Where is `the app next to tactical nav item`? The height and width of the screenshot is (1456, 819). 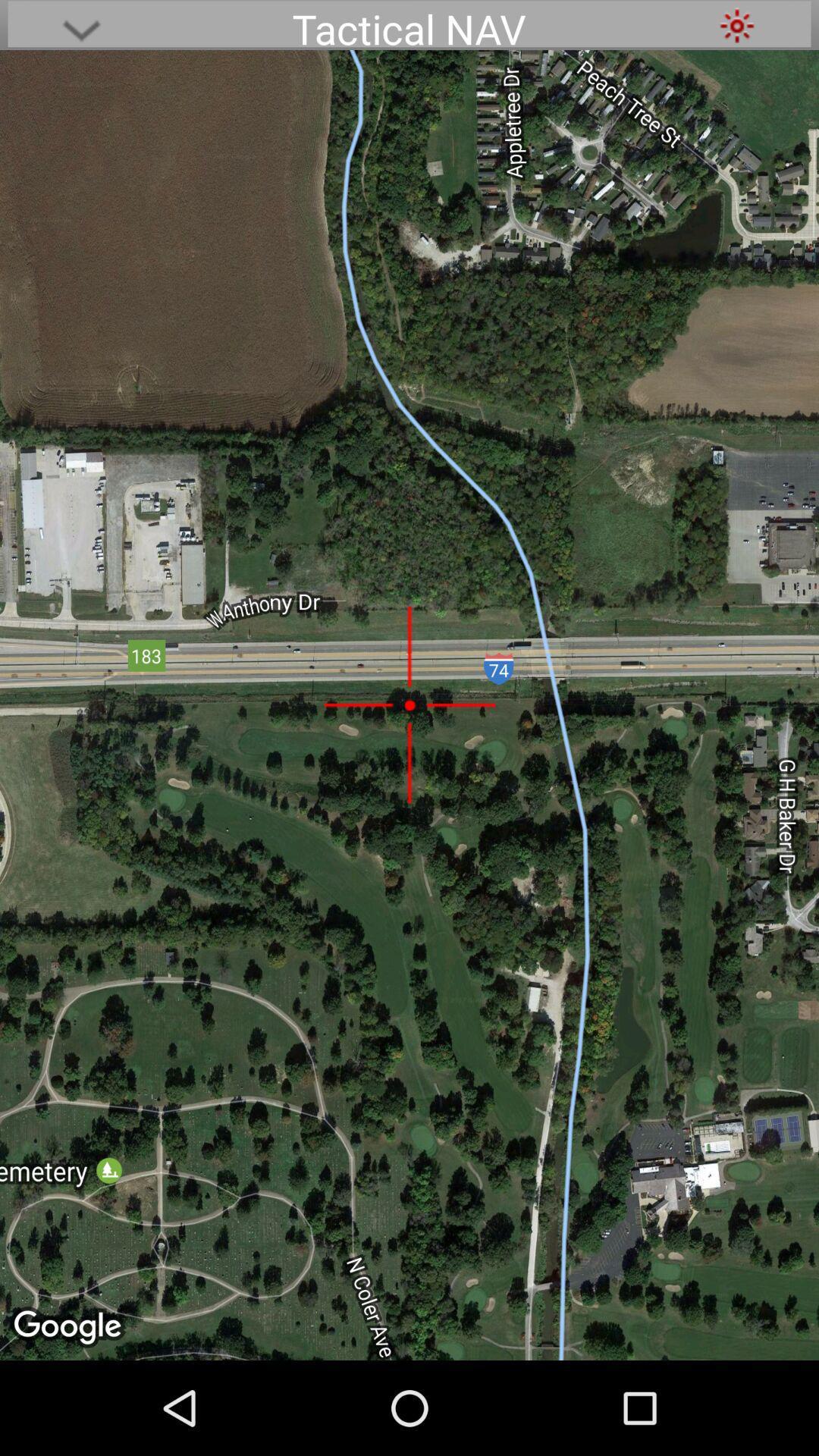
the app next to tactical nav item is located at coordinates (81, 25).